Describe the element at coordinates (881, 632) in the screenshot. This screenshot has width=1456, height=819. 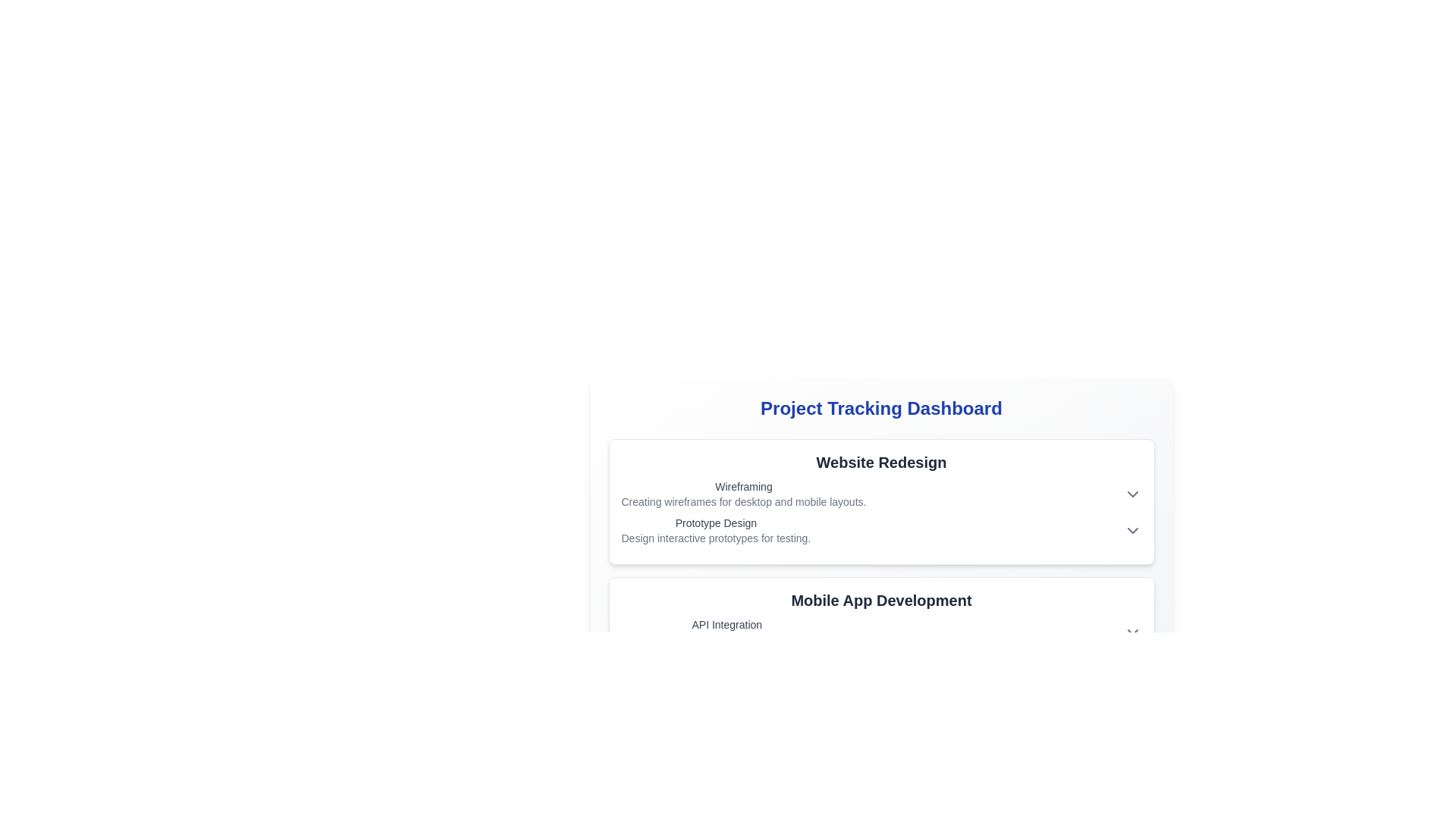
I see `information displayed in the list item related to API integration, which includes its title and description` at that location.